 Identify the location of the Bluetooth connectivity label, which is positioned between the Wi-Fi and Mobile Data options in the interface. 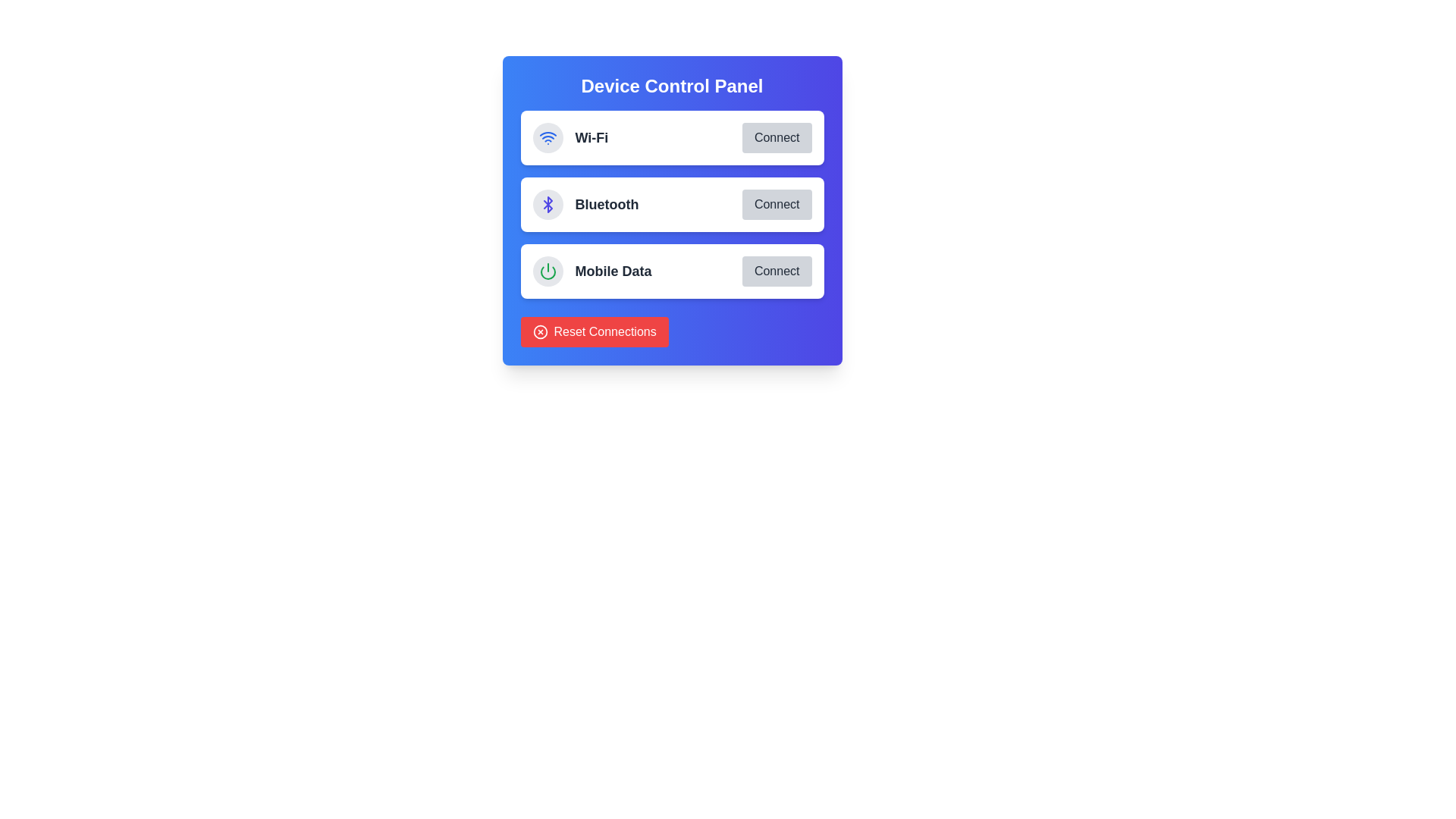
(585, 205).